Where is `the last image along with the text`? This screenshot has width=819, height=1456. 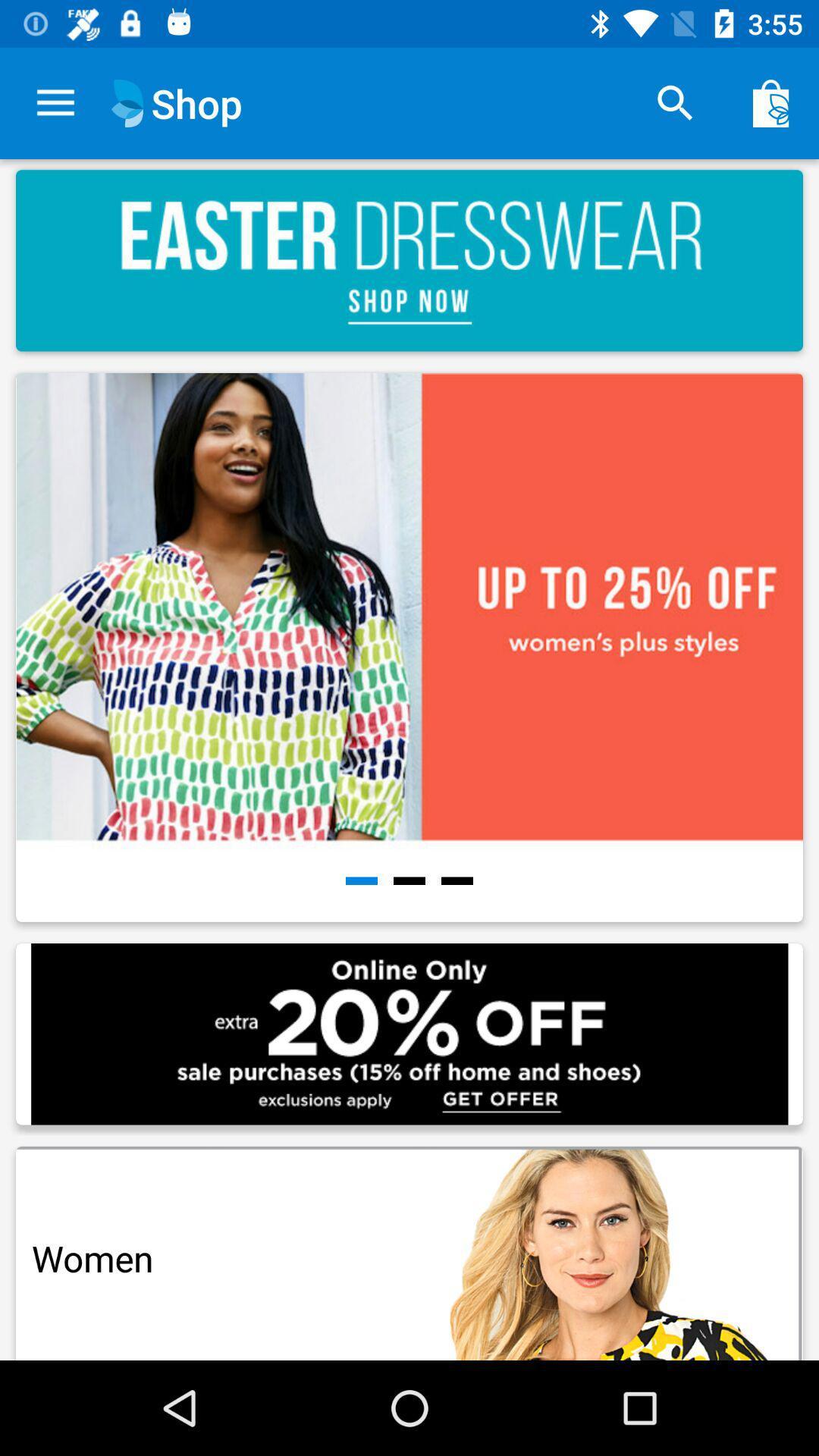 the last image along with the text is located at coordinates (409, 1248).